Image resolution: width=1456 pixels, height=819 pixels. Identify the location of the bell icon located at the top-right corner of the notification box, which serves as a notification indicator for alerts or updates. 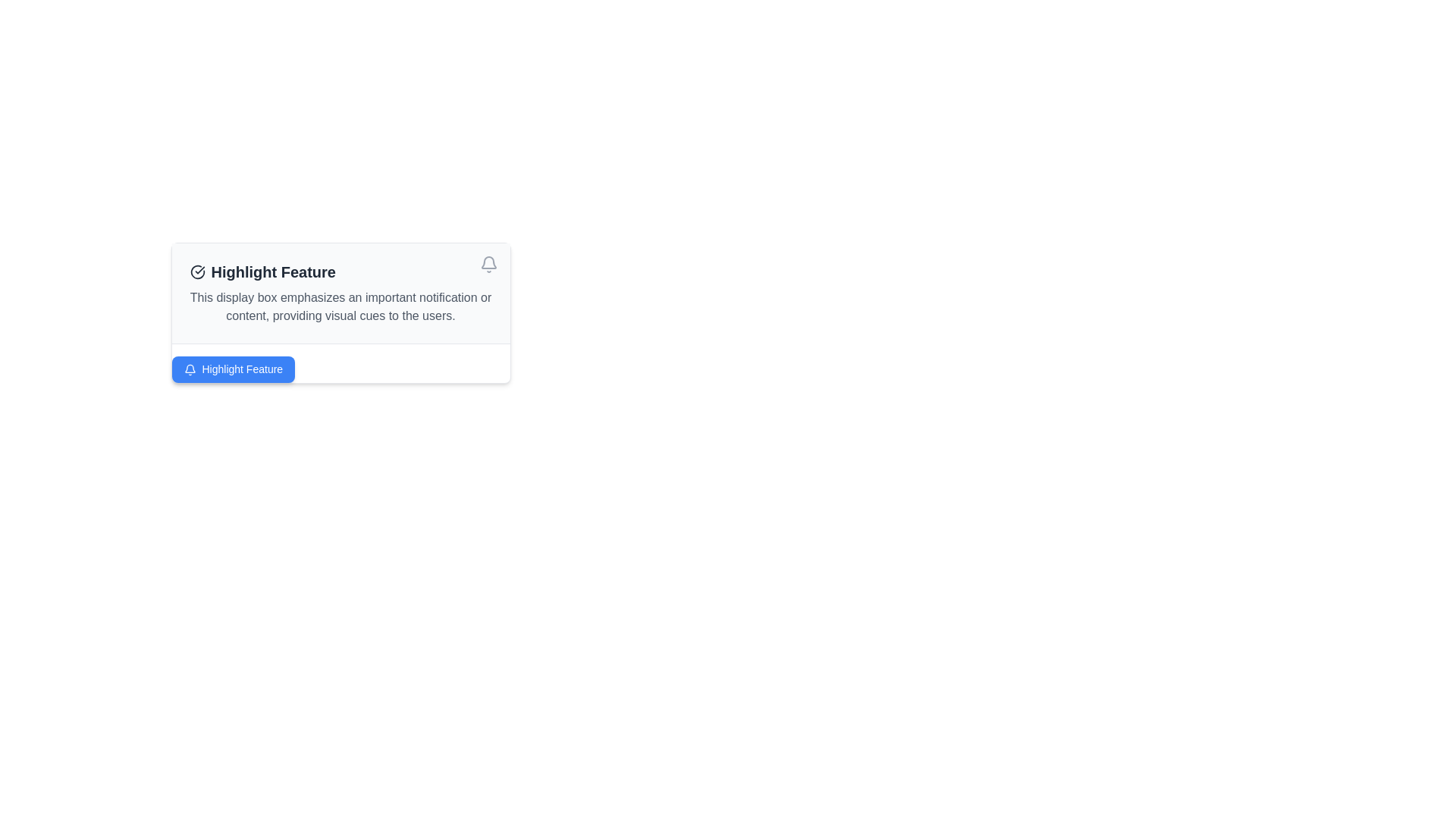
(488, 263).